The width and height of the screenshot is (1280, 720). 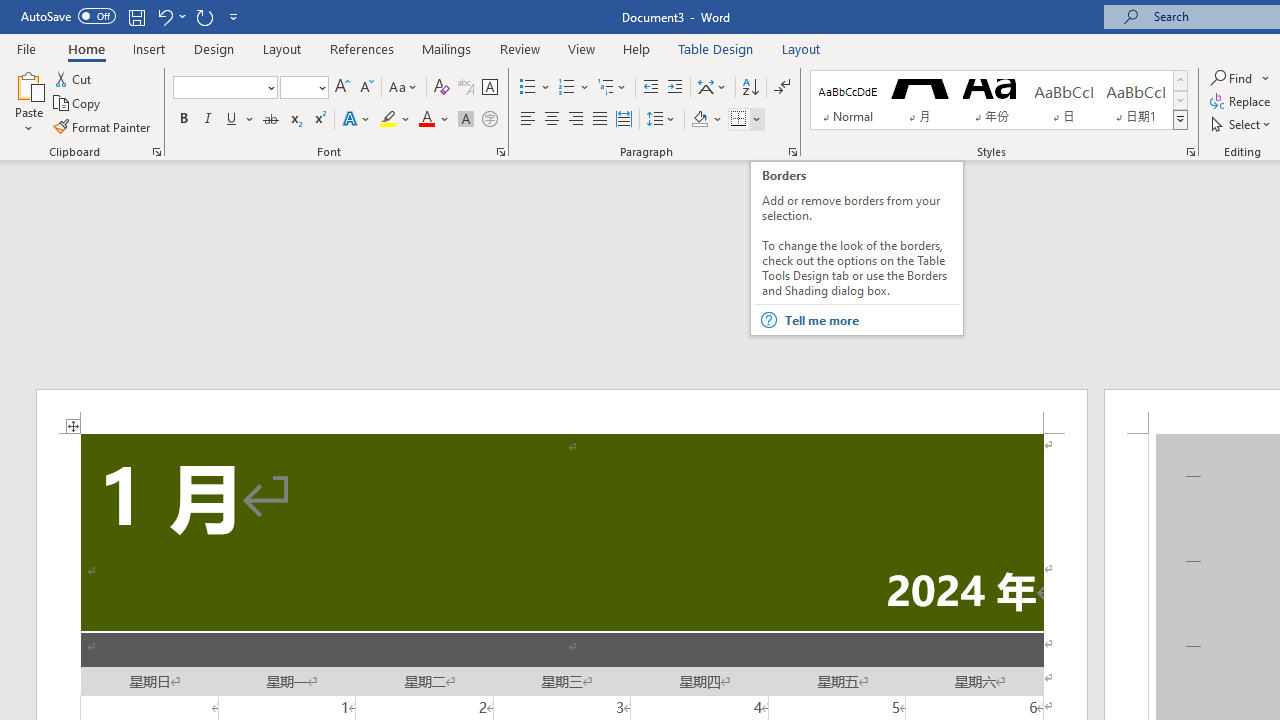 What do you see at coordinates (999, 100) in the screenshot?
I see `'AutomationID: QuickStylesGallery'` at bounding box center [999, 100].